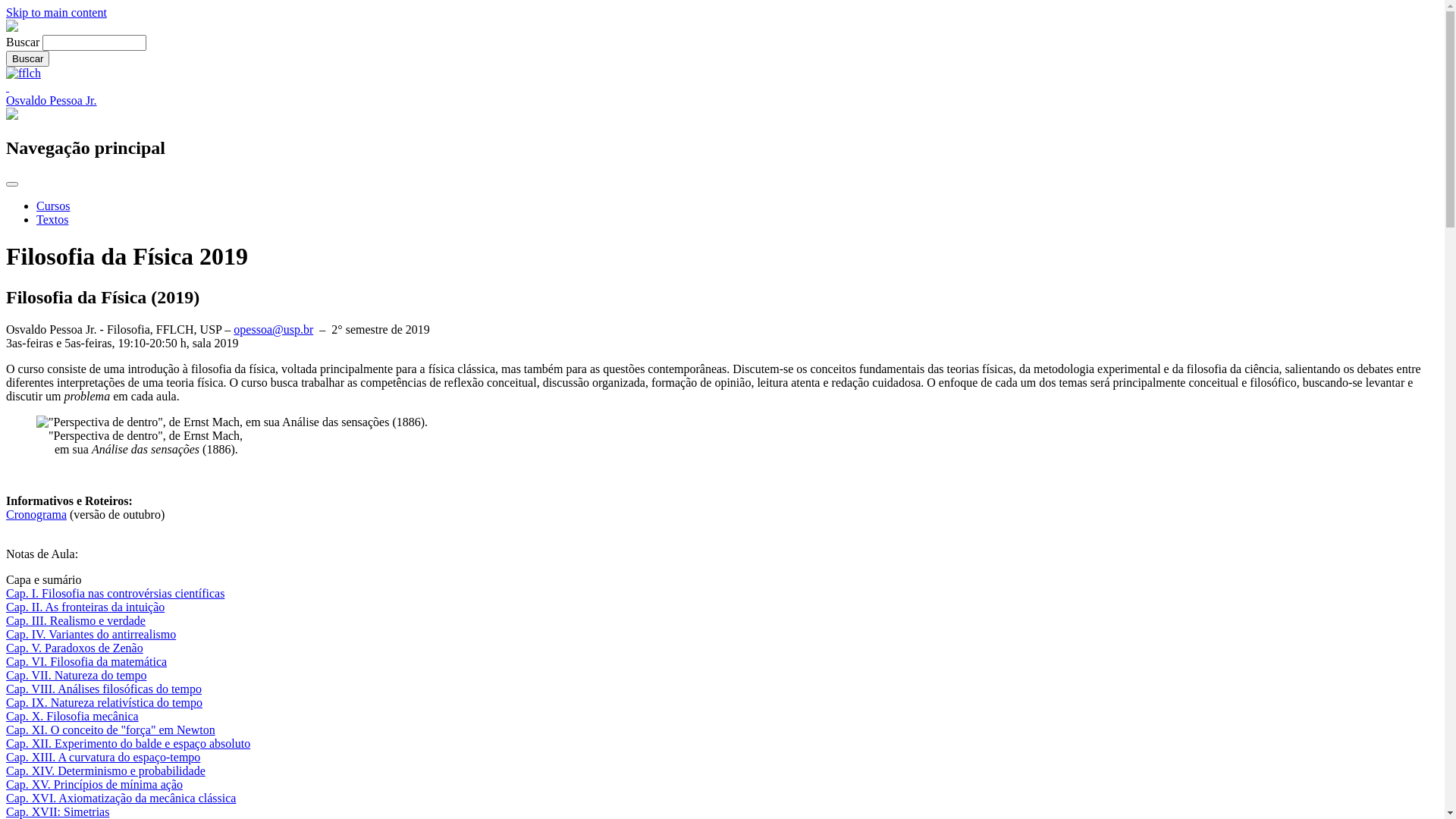 The height and width of the screenshot is (819, 1456). What do you see at coordinates (52, 219) in the screenshot?
I see `'Textos'` at bounding box center [52, 219].